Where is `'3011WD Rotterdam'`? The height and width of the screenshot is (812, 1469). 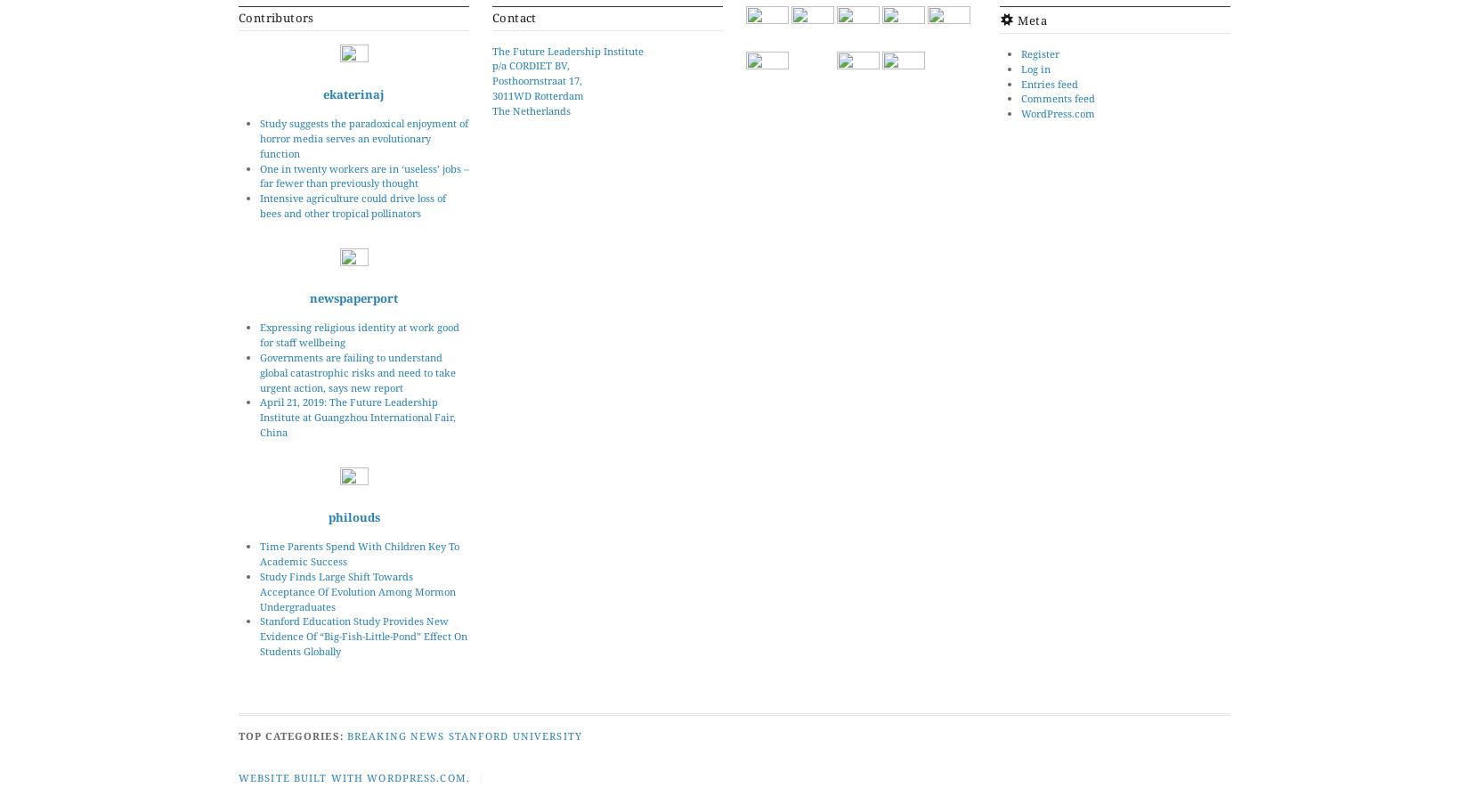 '3011WD Rotterdam' is located at coordinates (537, 95).